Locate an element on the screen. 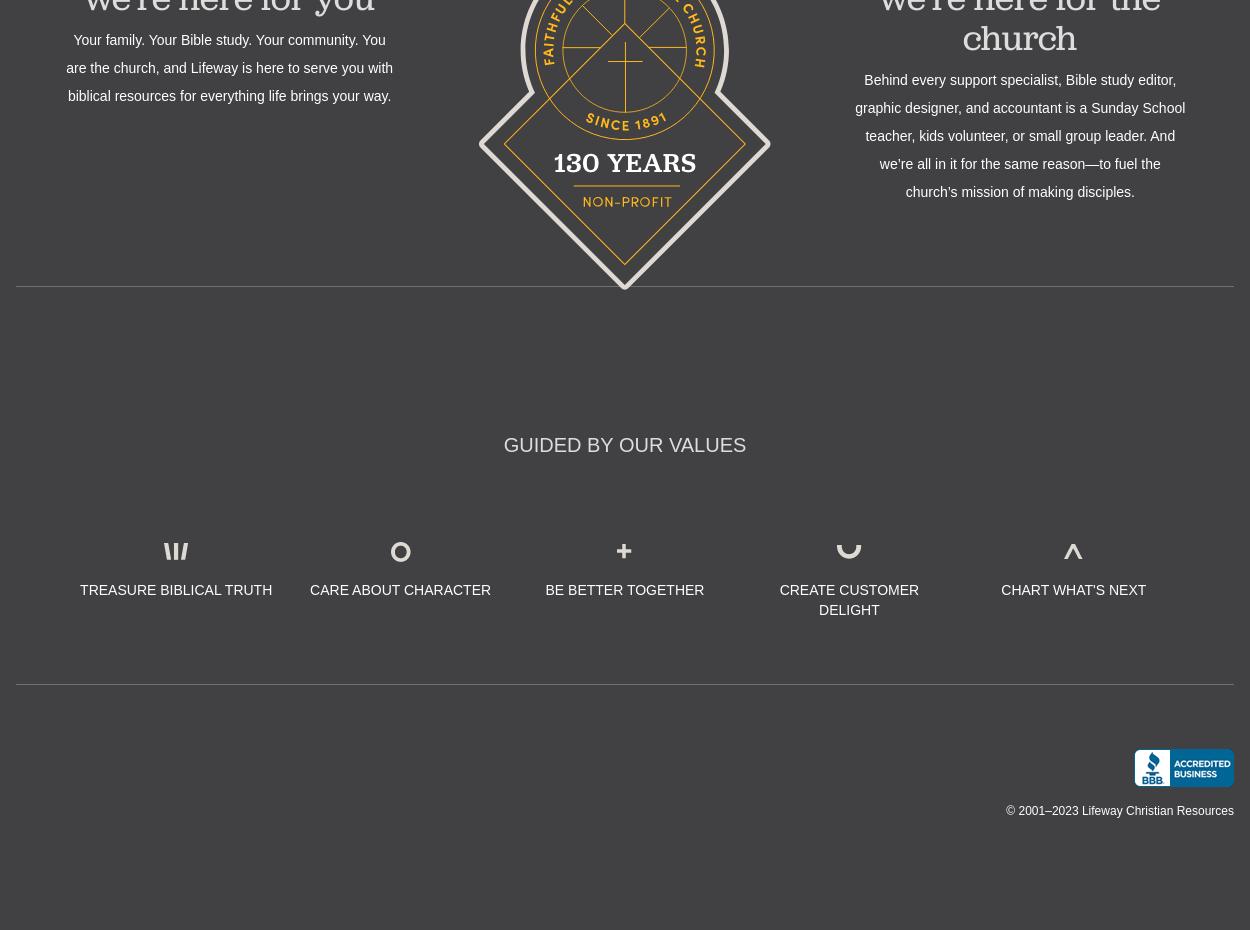  'Lifeway Christian Resources' is located at coordinates (1157, 809).